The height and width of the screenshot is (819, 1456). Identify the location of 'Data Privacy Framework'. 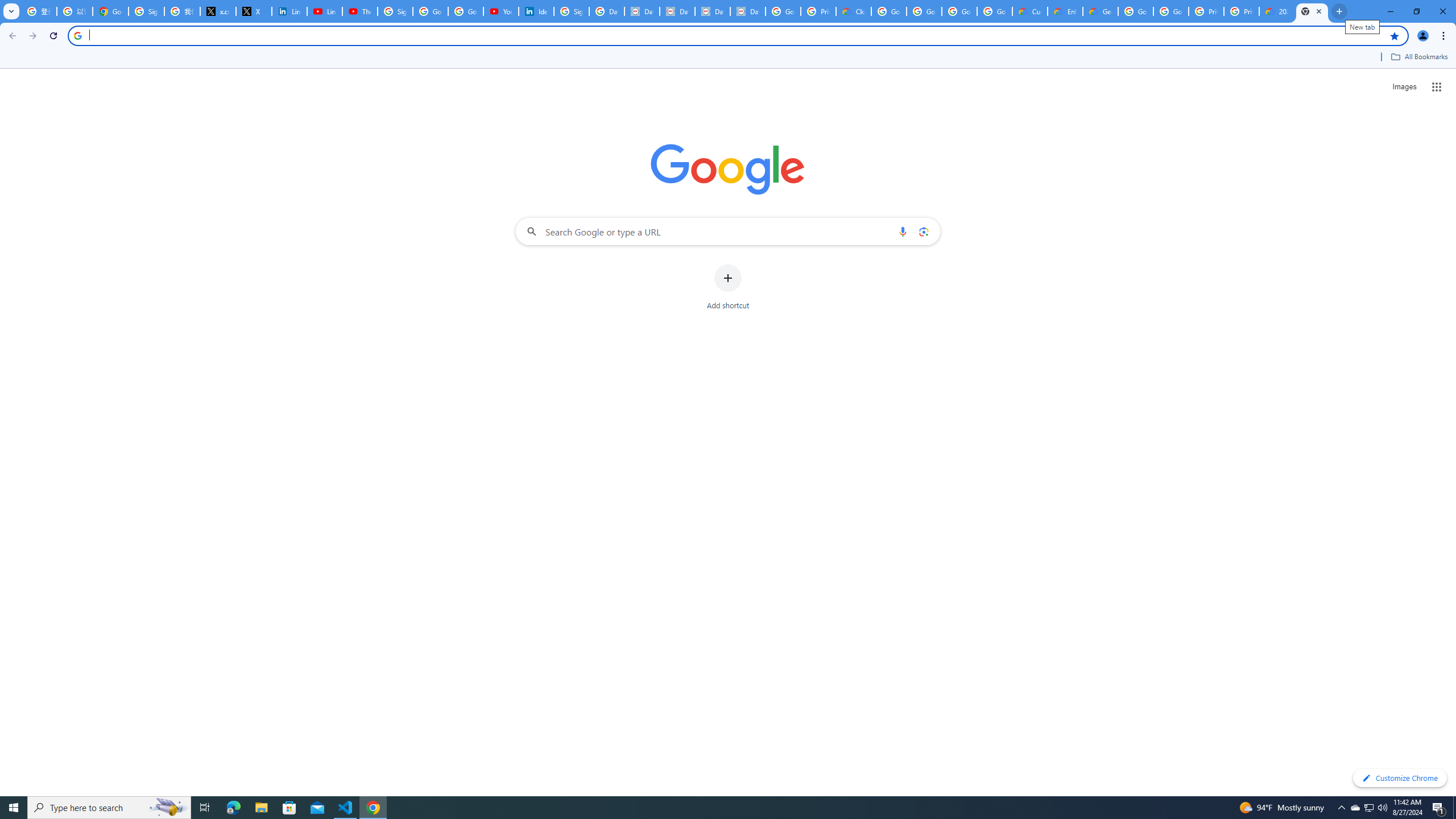
(677, 11).